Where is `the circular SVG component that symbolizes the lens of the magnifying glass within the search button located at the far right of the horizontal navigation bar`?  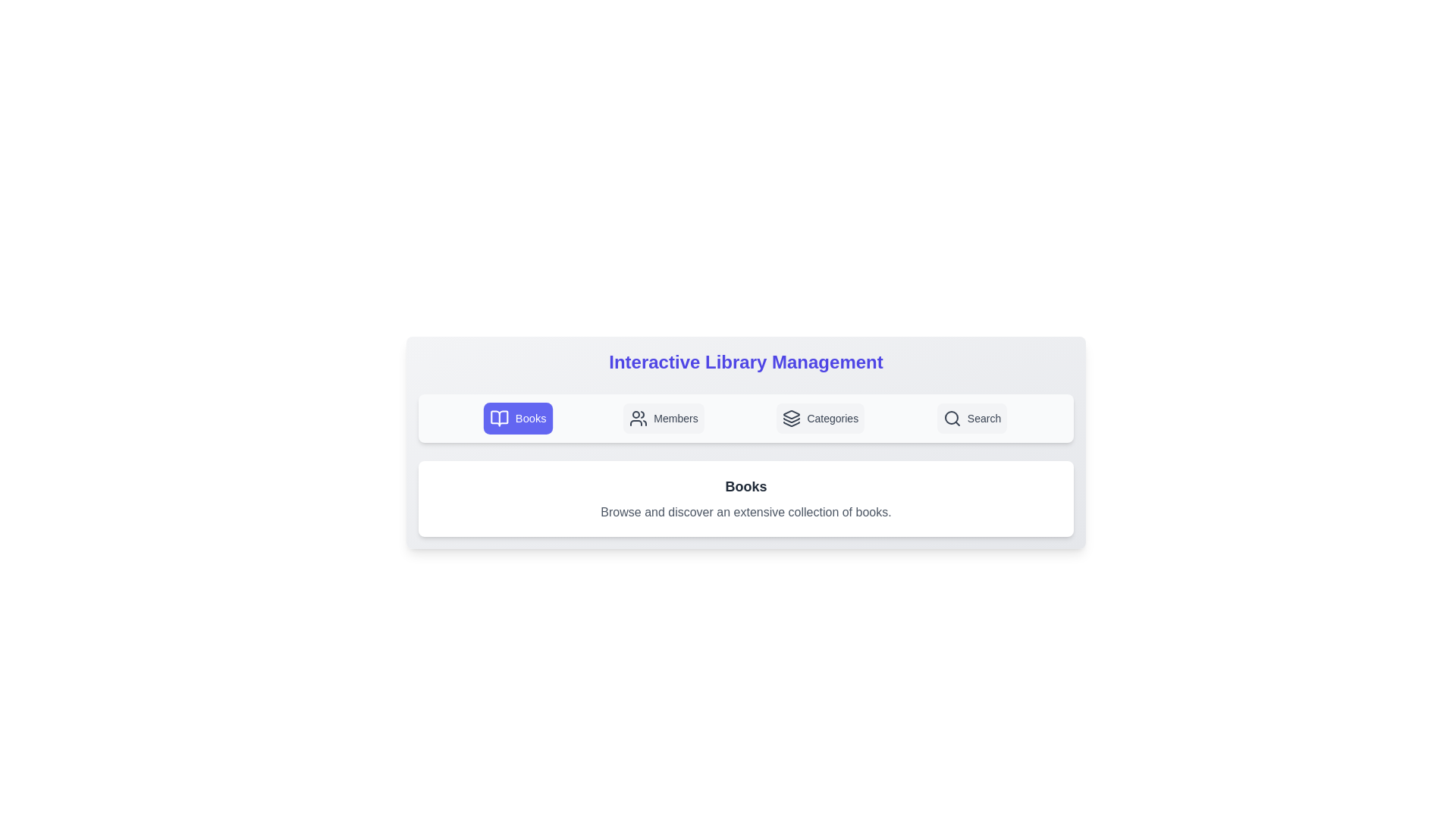
the circular SVG component that symbolizes the lens of the magnifying glass within the search button located at the far right of the horizontal navigation bar is located at coordinates (950, 418).